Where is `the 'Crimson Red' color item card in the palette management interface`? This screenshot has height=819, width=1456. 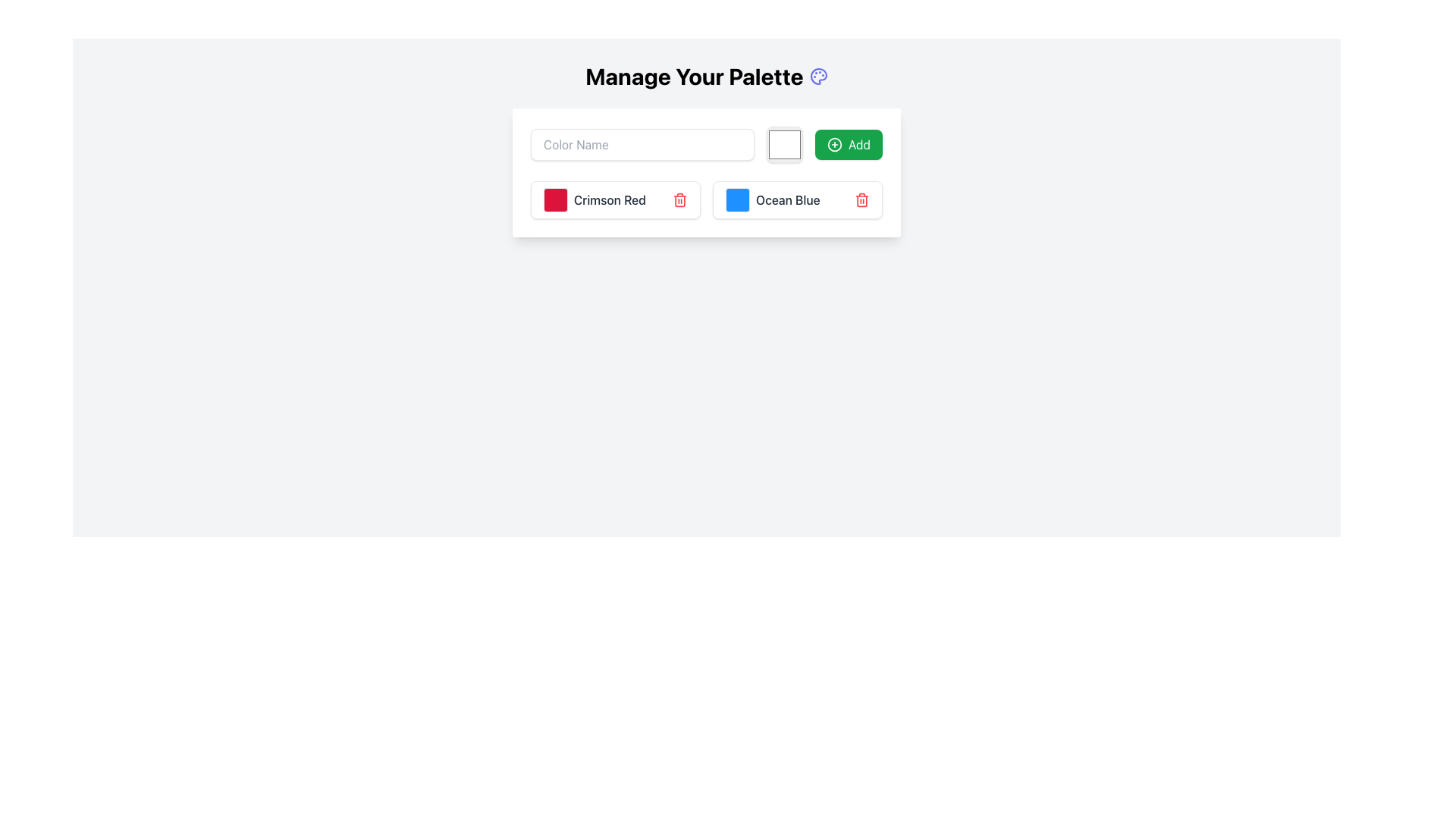
the 'Crimson Red' color item card in the palette management interface is located at coordinates (615, 199).